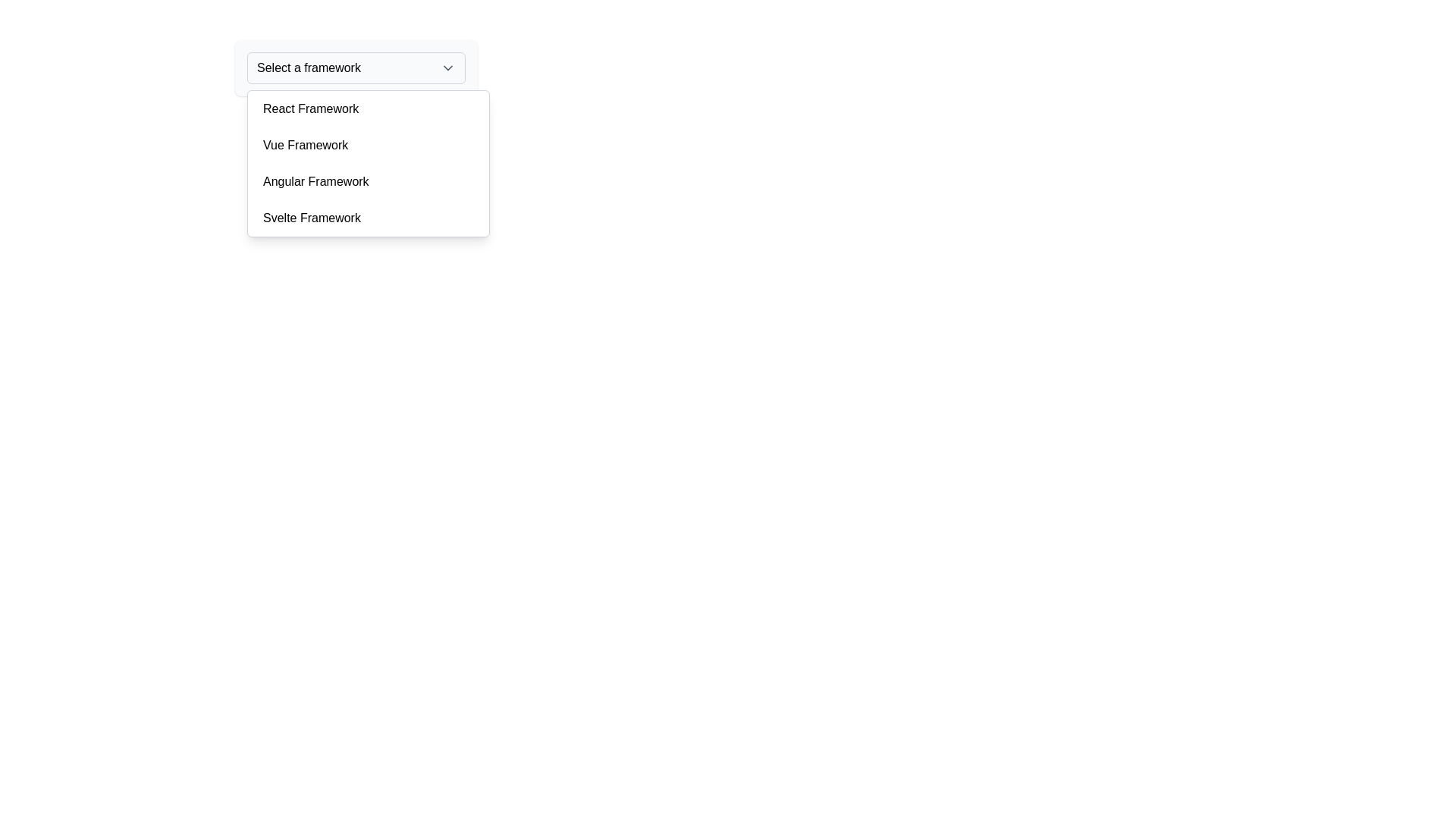 The image size is (1456, 819). I want to click on the first item in the drop-down list, so click(368, 108).